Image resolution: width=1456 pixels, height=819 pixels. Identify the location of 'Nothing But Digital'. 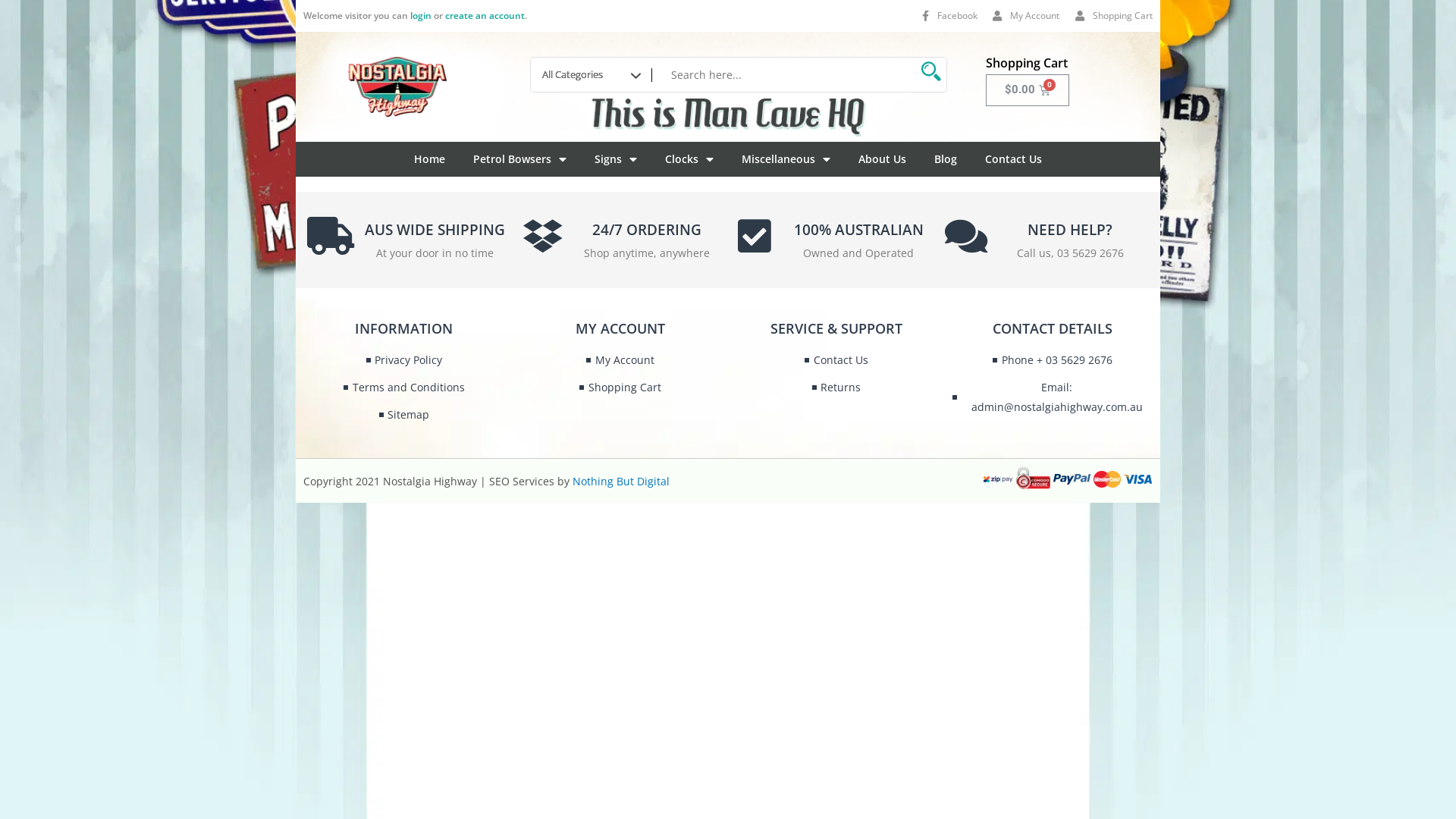
(621, 481).